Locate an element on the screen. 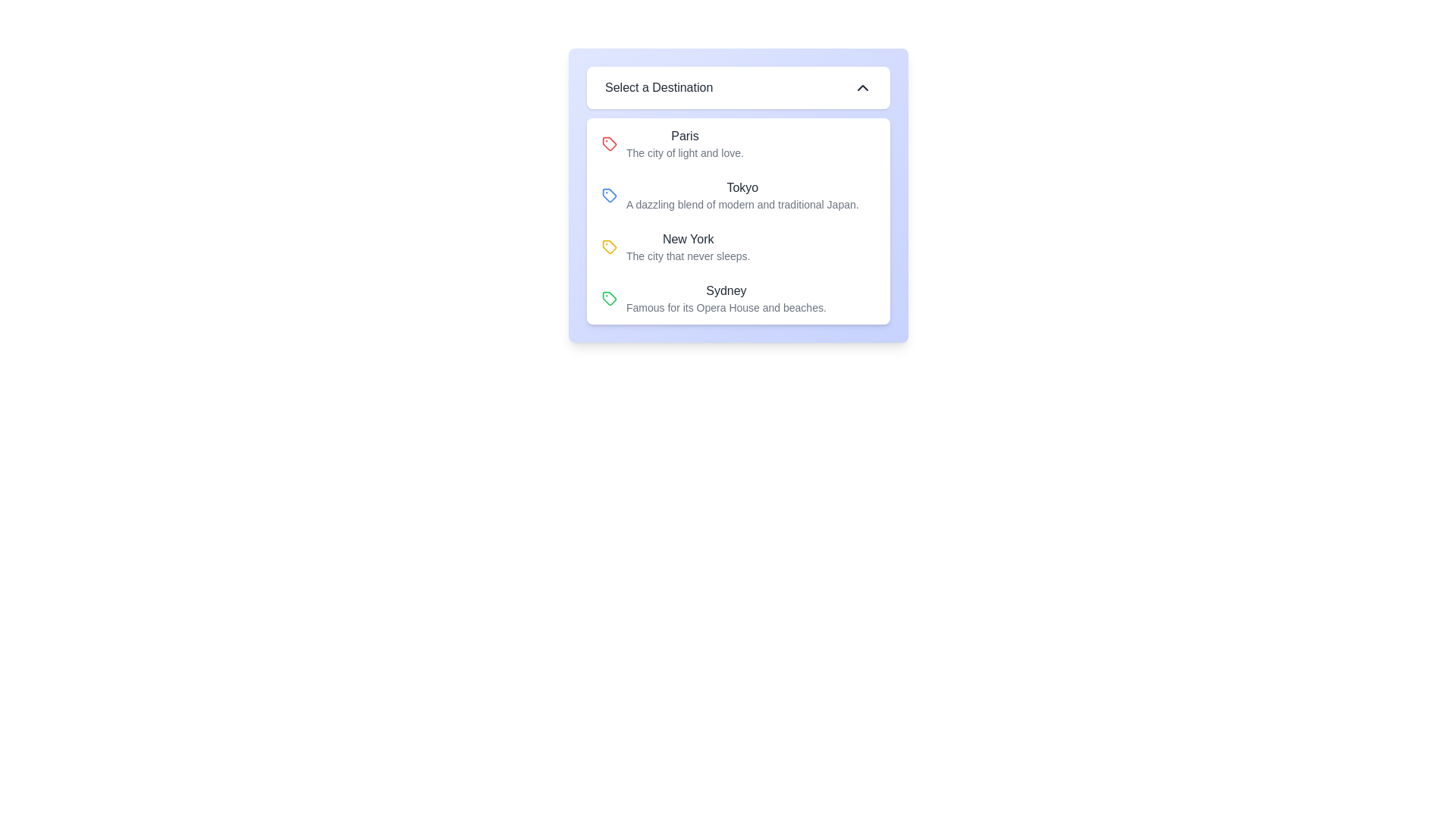 The image size is (1456, 819). the descriptive text element located directly below the 'Paris' destination in the list of destinations is located at coordinates (684, 152).